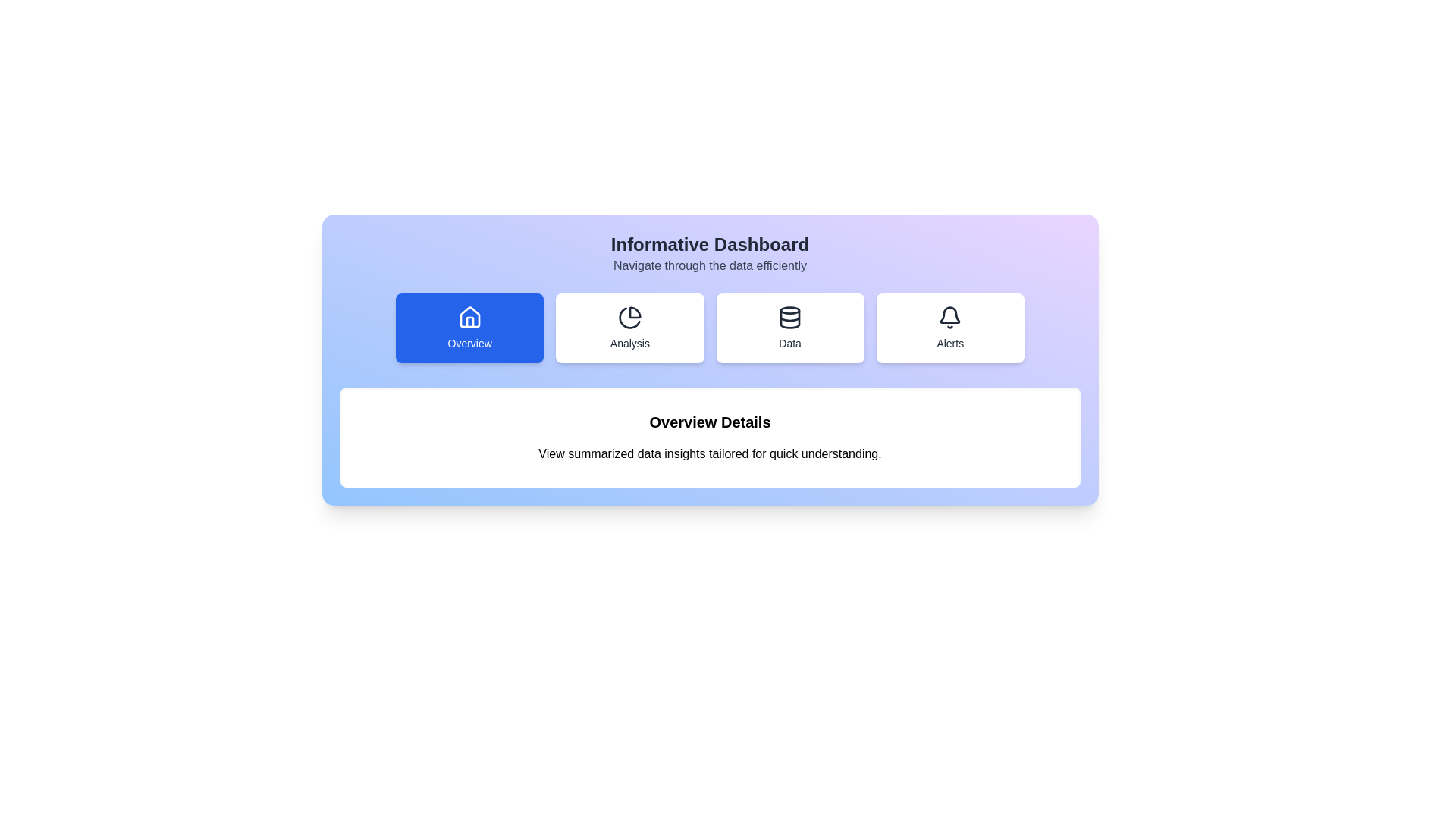  Describe the element at coordinates (469, 317) in the screenshot. I see `the 'Overview' icon located in the top section of the menu` at that location.